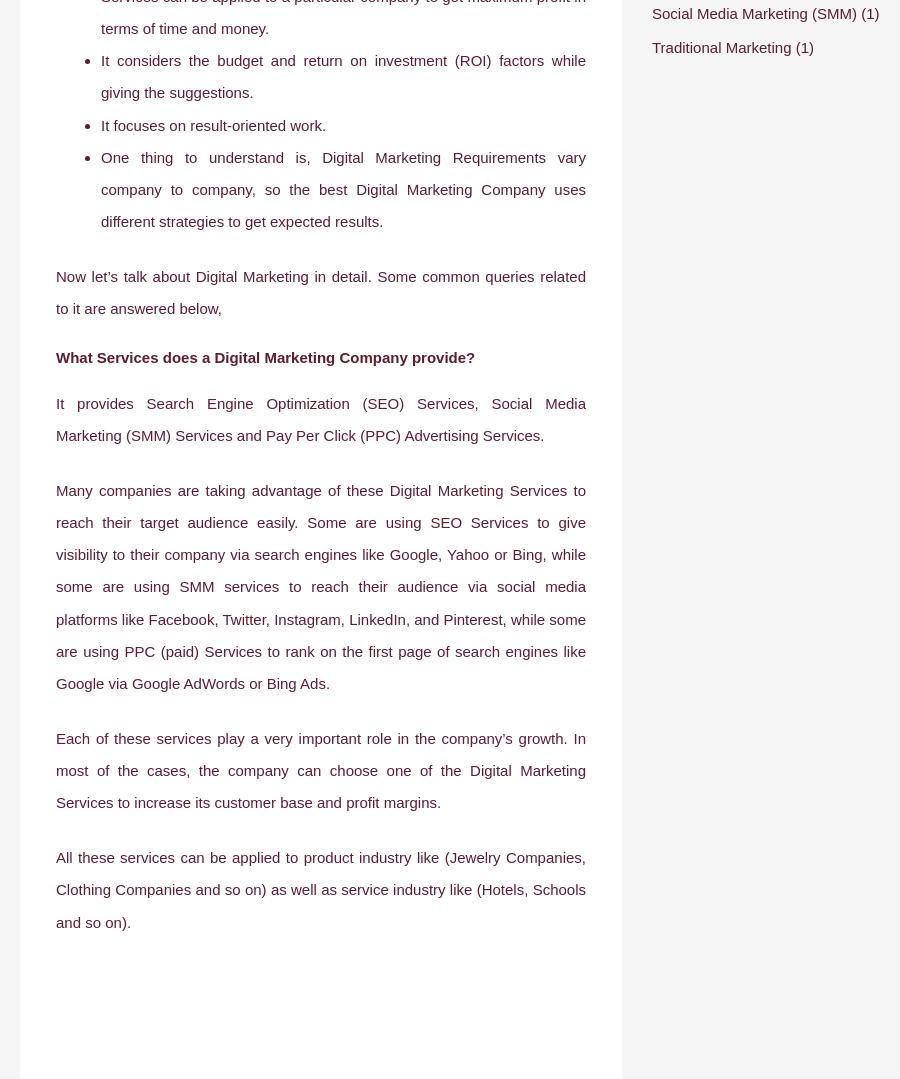 The width and height of the screenshot is (900, 1079). I want to click on 'Many companies are taking advantage of these Digital Marketing Services to reach their target audience easily. Some are using SEO Services to give visibility to their company via search engines like Google, Yahoo or Bing, while some are using SMM services to reach their audience via social media platforms like Facebook, Twitter, Instagram, LinkedIn, and Pinterest, while some are using PPC (paid) Services to rank on the first page of search engines like Google via Google AdWords or Bing Ads.', so click(320, 586).